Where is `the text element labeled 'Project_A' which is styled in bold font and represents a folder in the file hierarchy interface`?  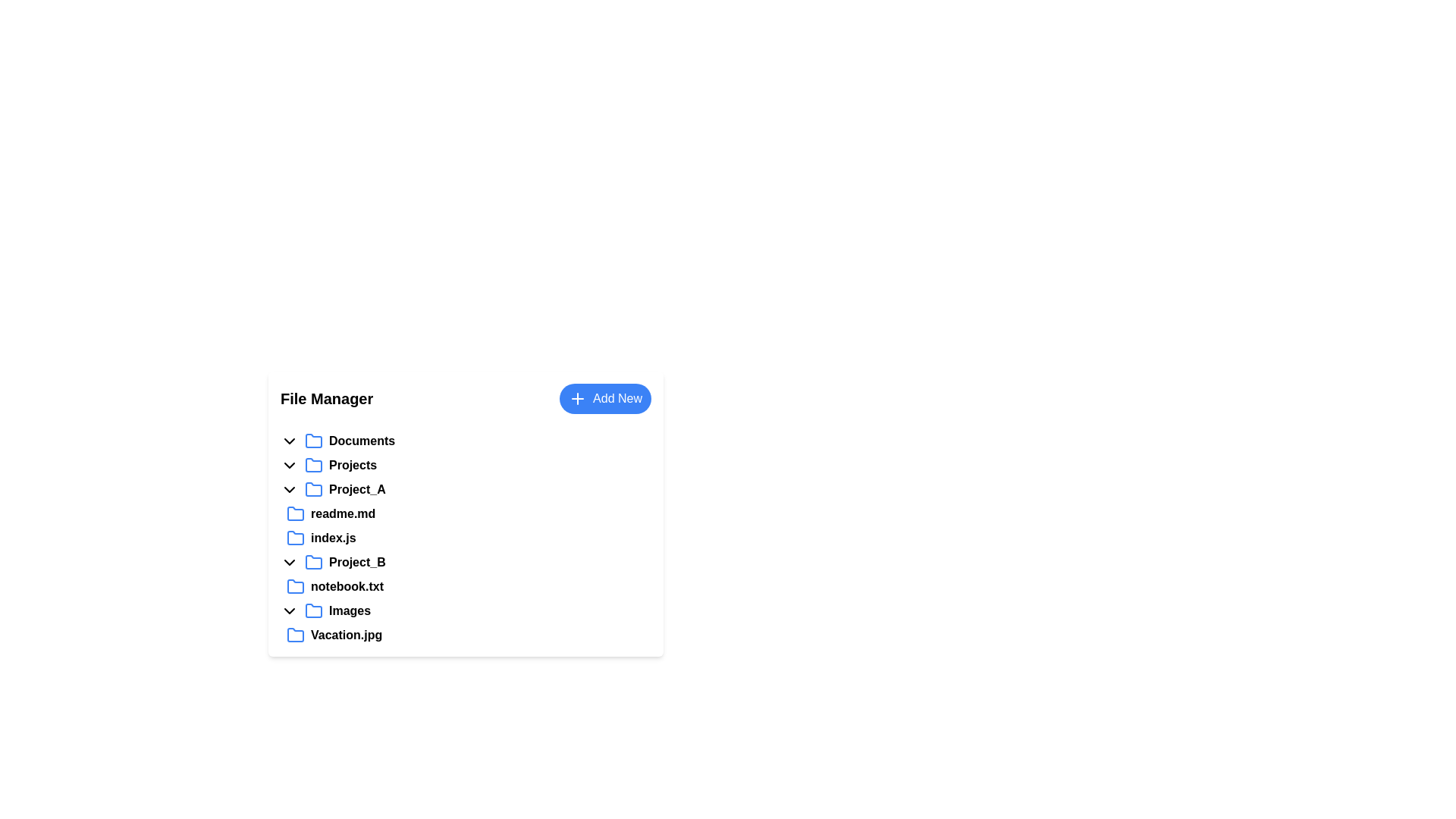
the text element labeled 'Project_A' which is styled in bold font and represents a folder in the file hierarchy interface is located at coordinates (356, 489).